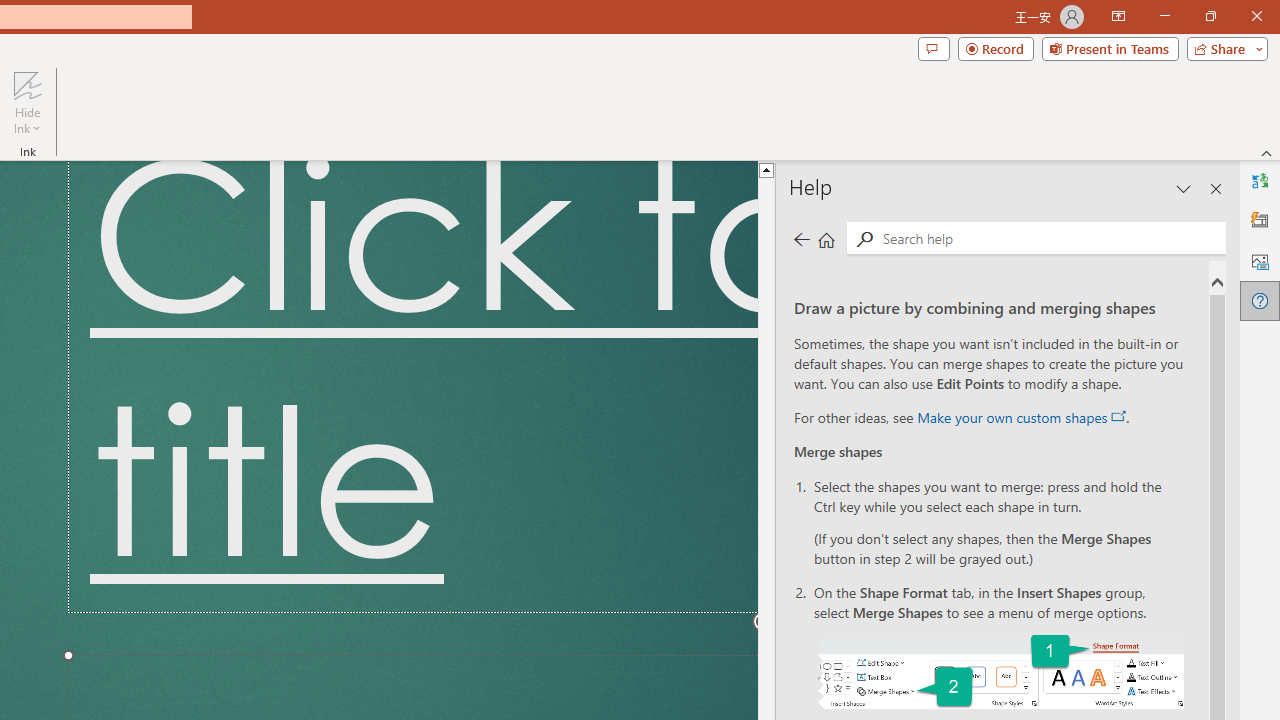 This screenshot has height=720, width=1280. I want to click on 'Previous page', so click(801, 238).